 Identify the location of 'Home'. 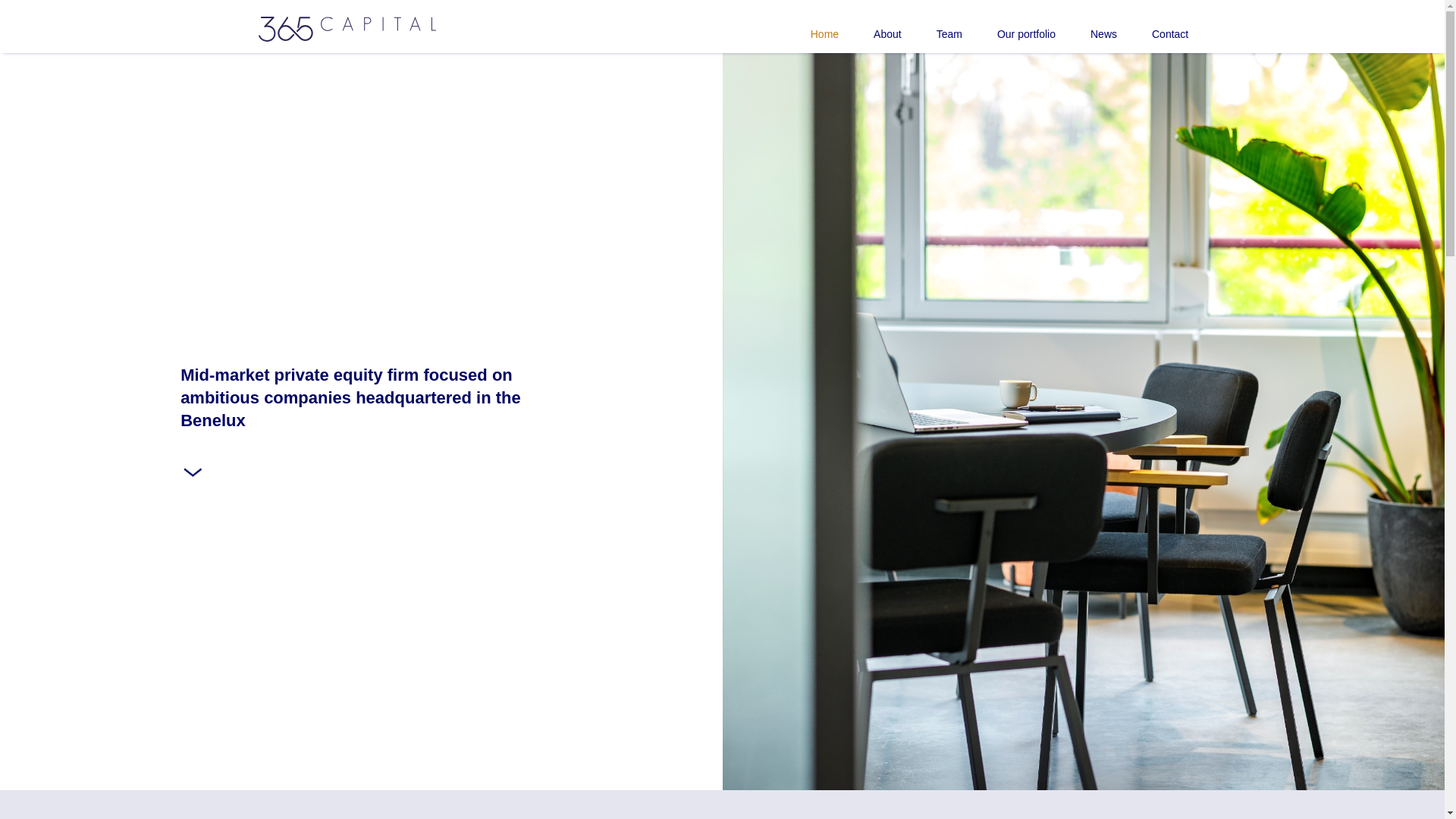
(806, 26).